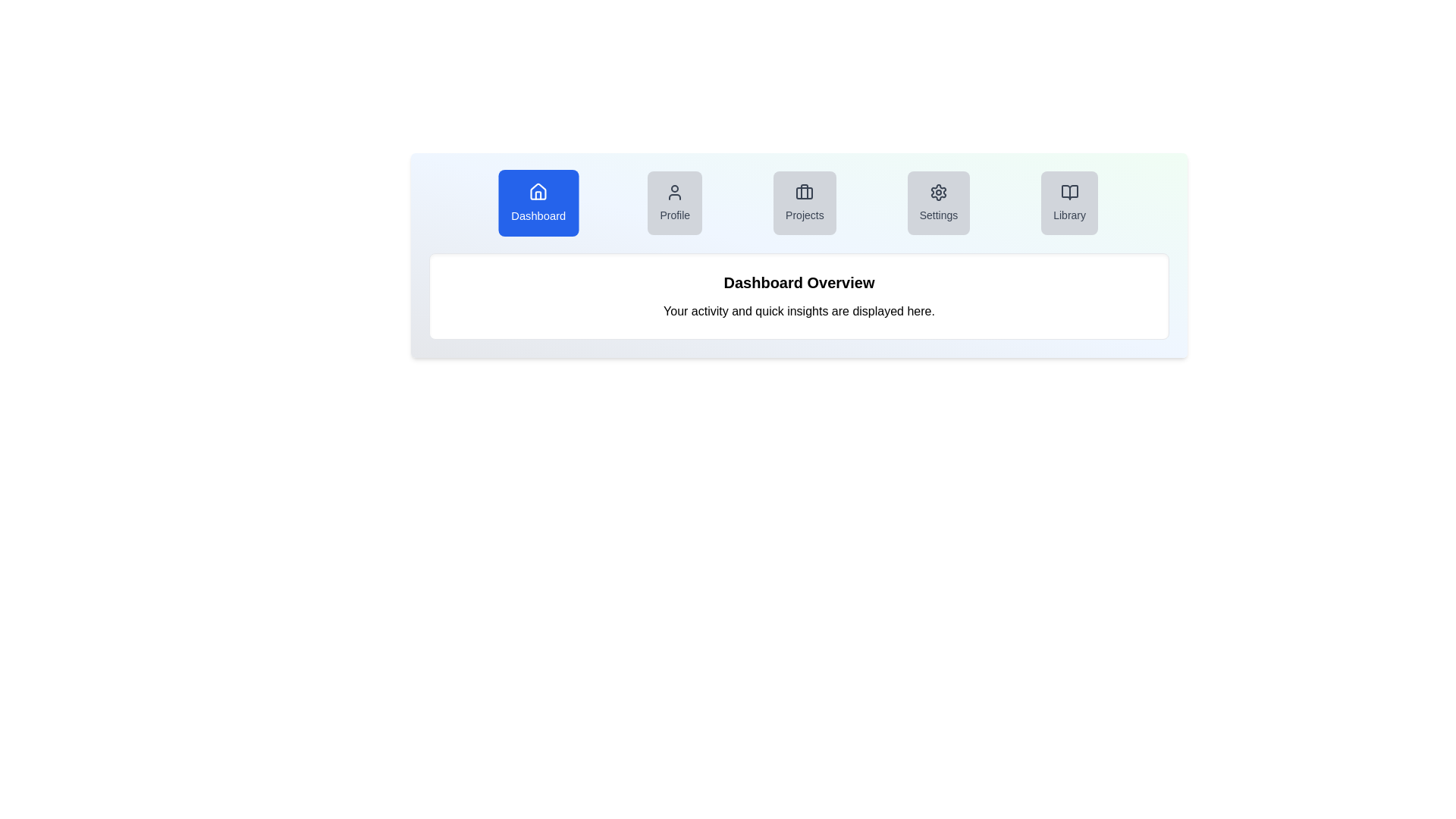 Image resolution: width=1456 pixels, height=819 pixels. Describe the element at coordinates (538, 202) in the screenshot. I see `the 'Dashboard' button, which is a blue rectangular button with rounded corners, displaying white text and a house icon` at that location.